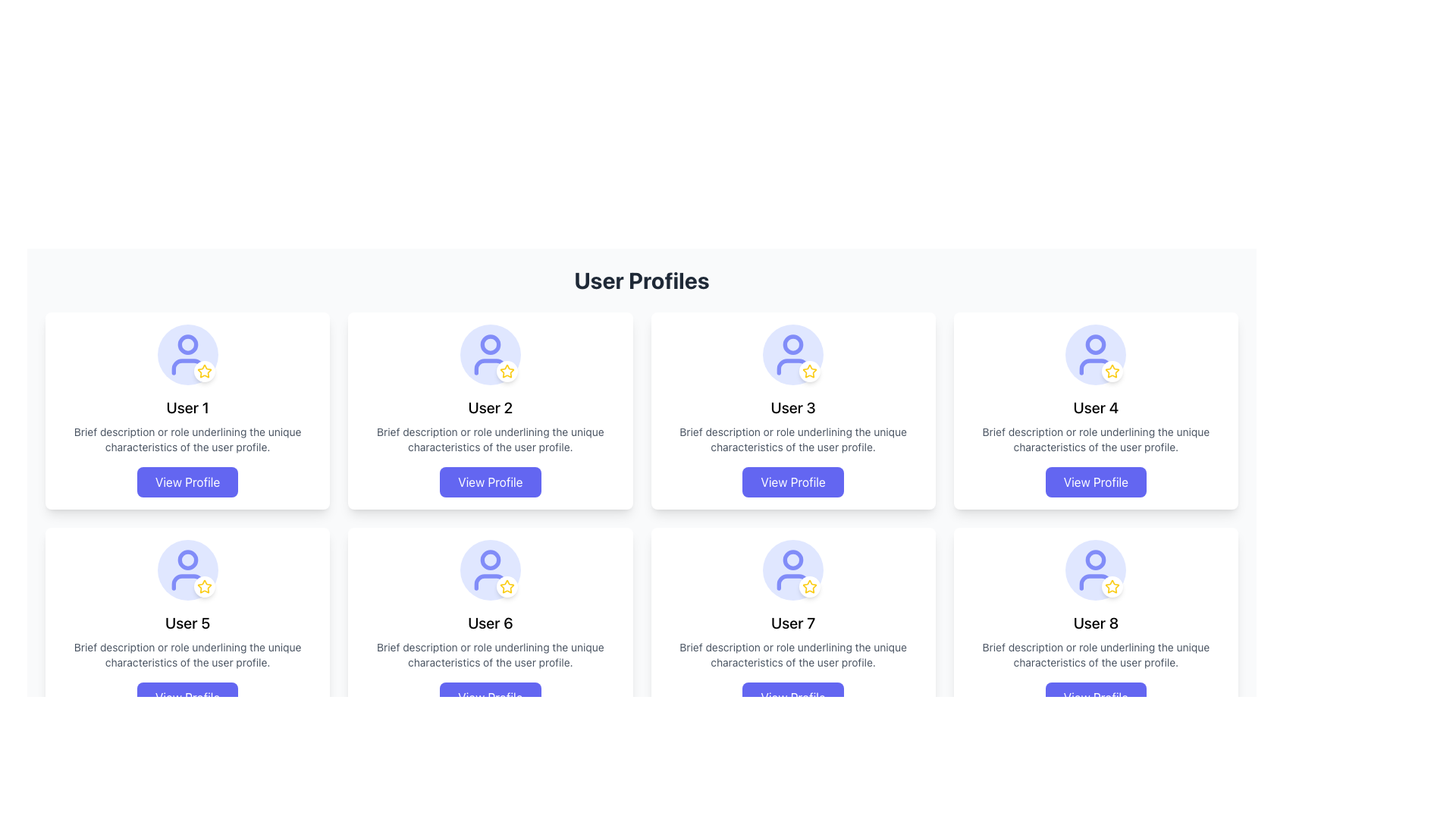  What do you see at coordinates (1112, 586) in the screenshot?
I see `the star icon with yellow borders and a hollow interior located in the bottom-right corner of the eighth user card, which provides profile information for User 8` at bounding box center [1112, 586].